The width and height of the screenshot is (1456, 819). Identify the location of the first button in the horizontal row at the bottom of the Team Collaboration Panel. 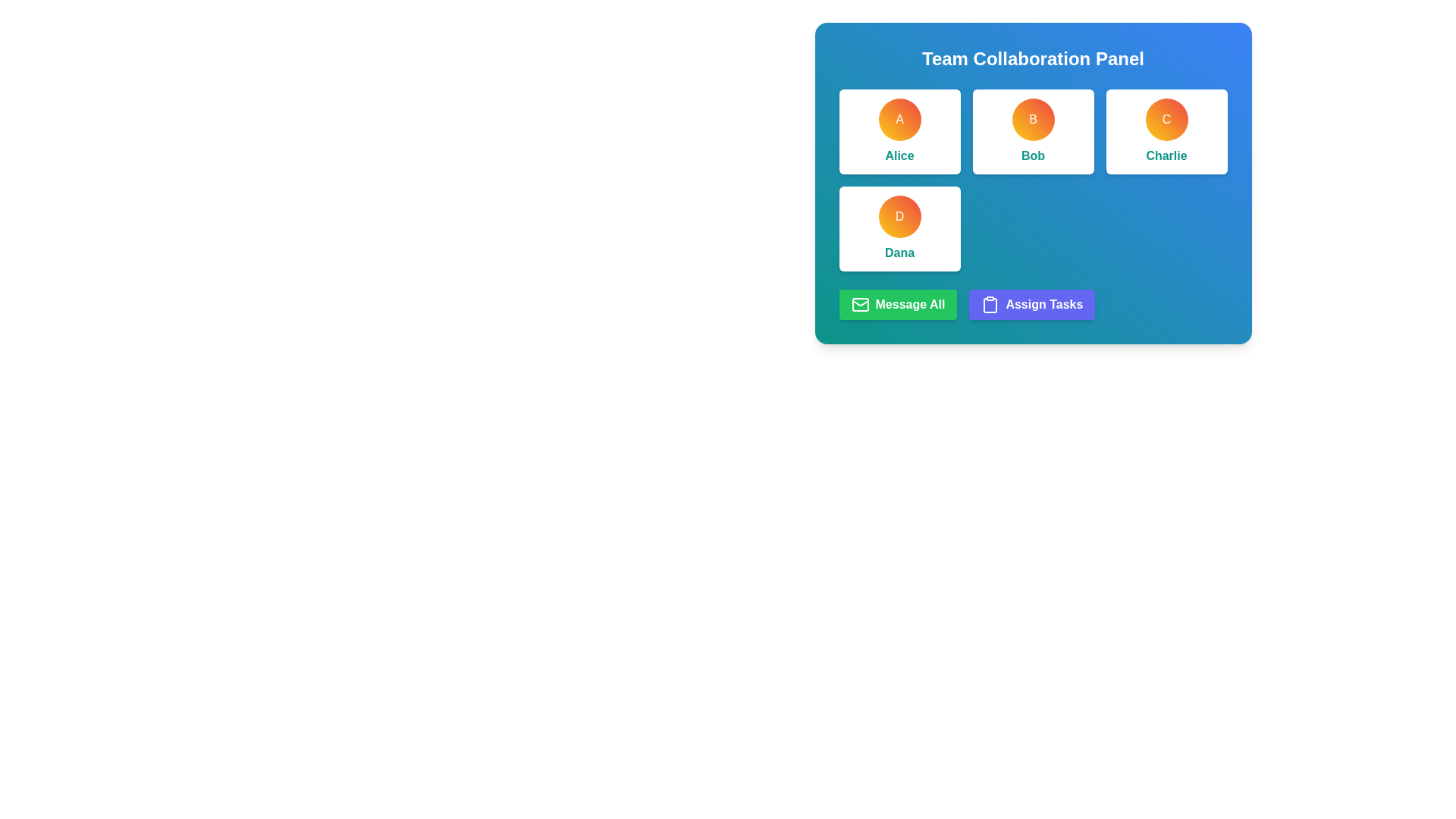
(898, 304).